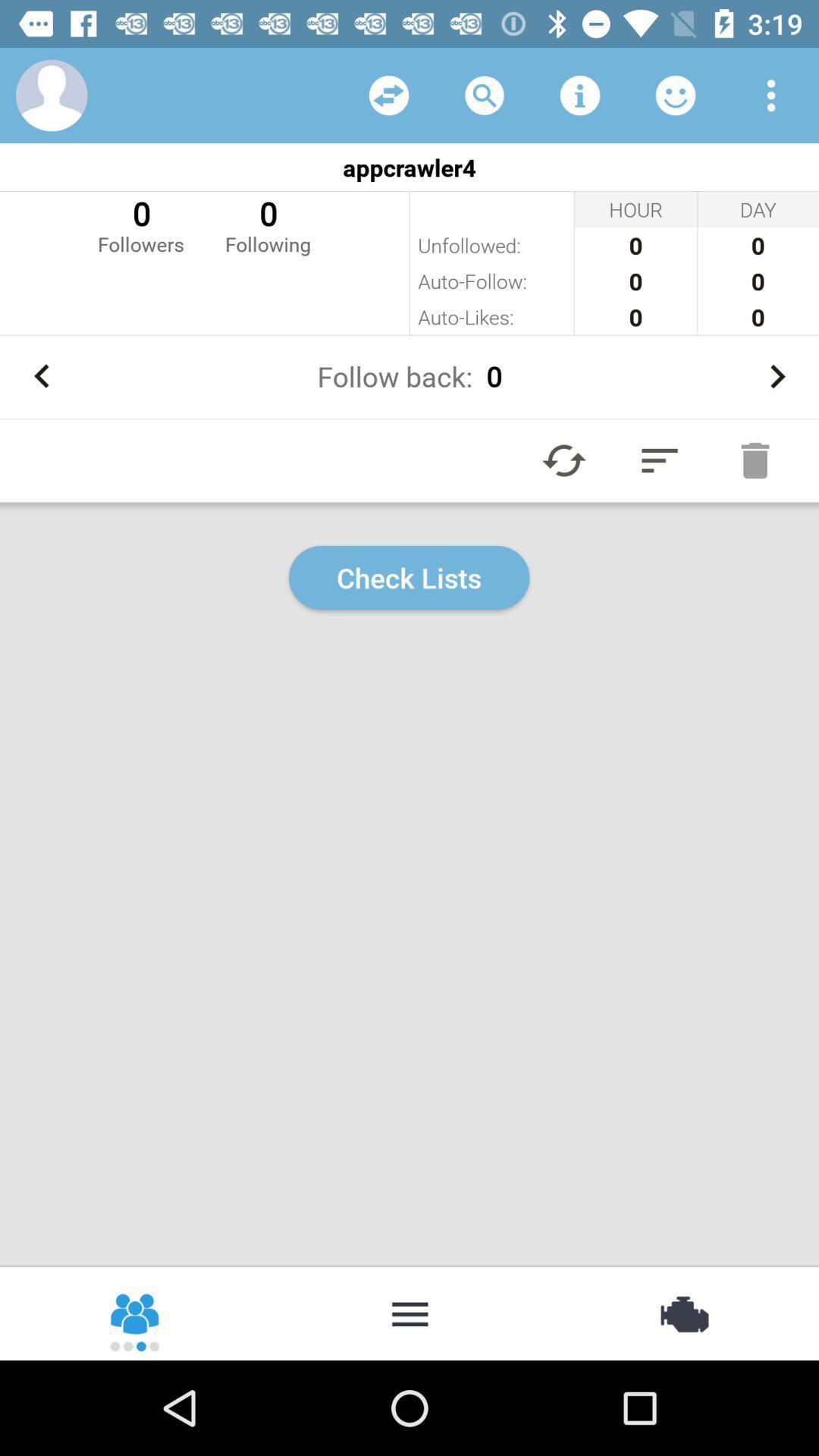 The image size is (819, 1456). I want to click on additional options, so click(409, 1312).